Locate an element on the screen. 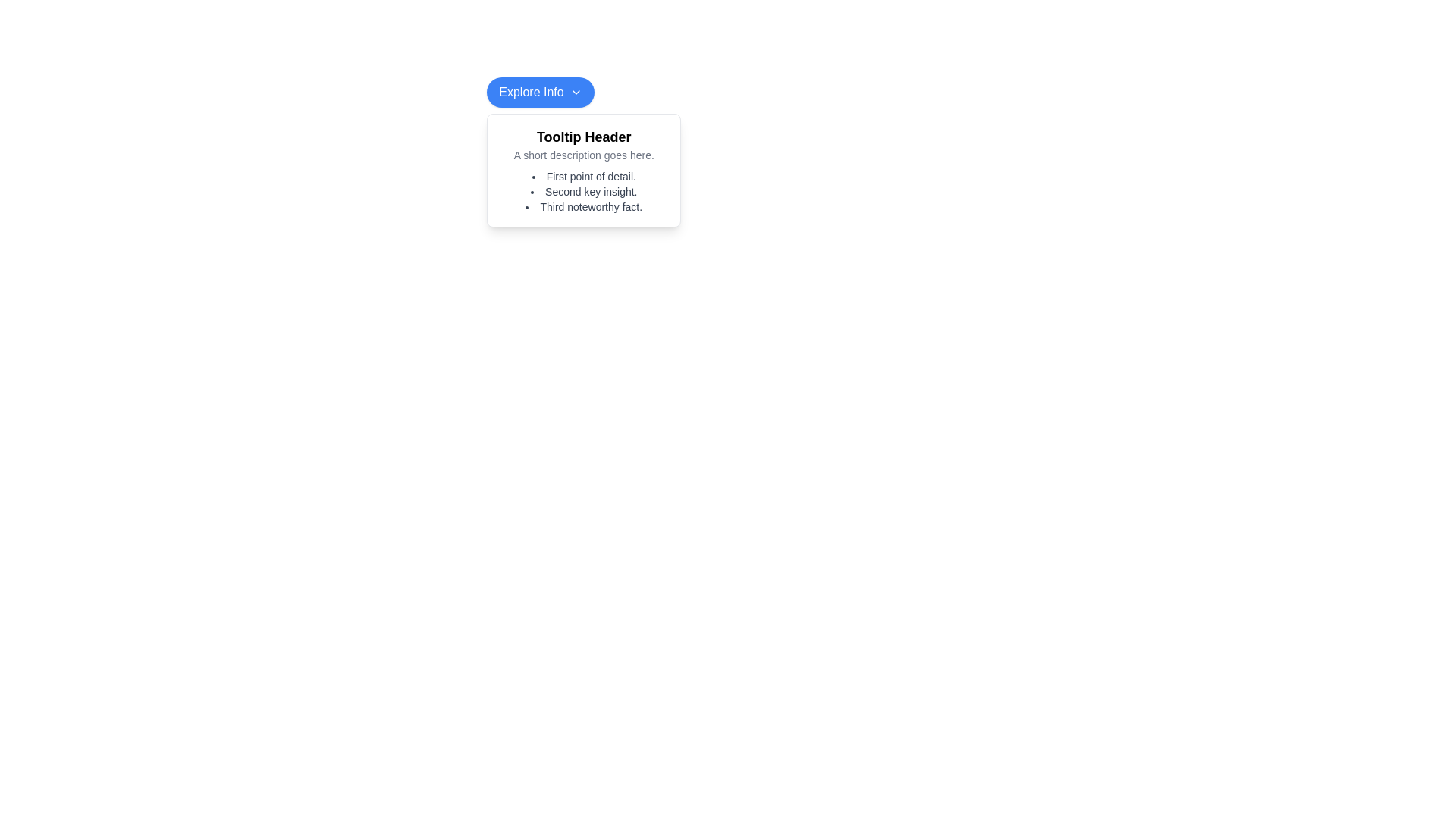 The width and height of the screenshot is (1456, 819). the bullet-point text item displaying 'Second key insight.' which is styled in gray and is the second item in the list under 'Tooltip Header' is located at coordinates (583, 191).